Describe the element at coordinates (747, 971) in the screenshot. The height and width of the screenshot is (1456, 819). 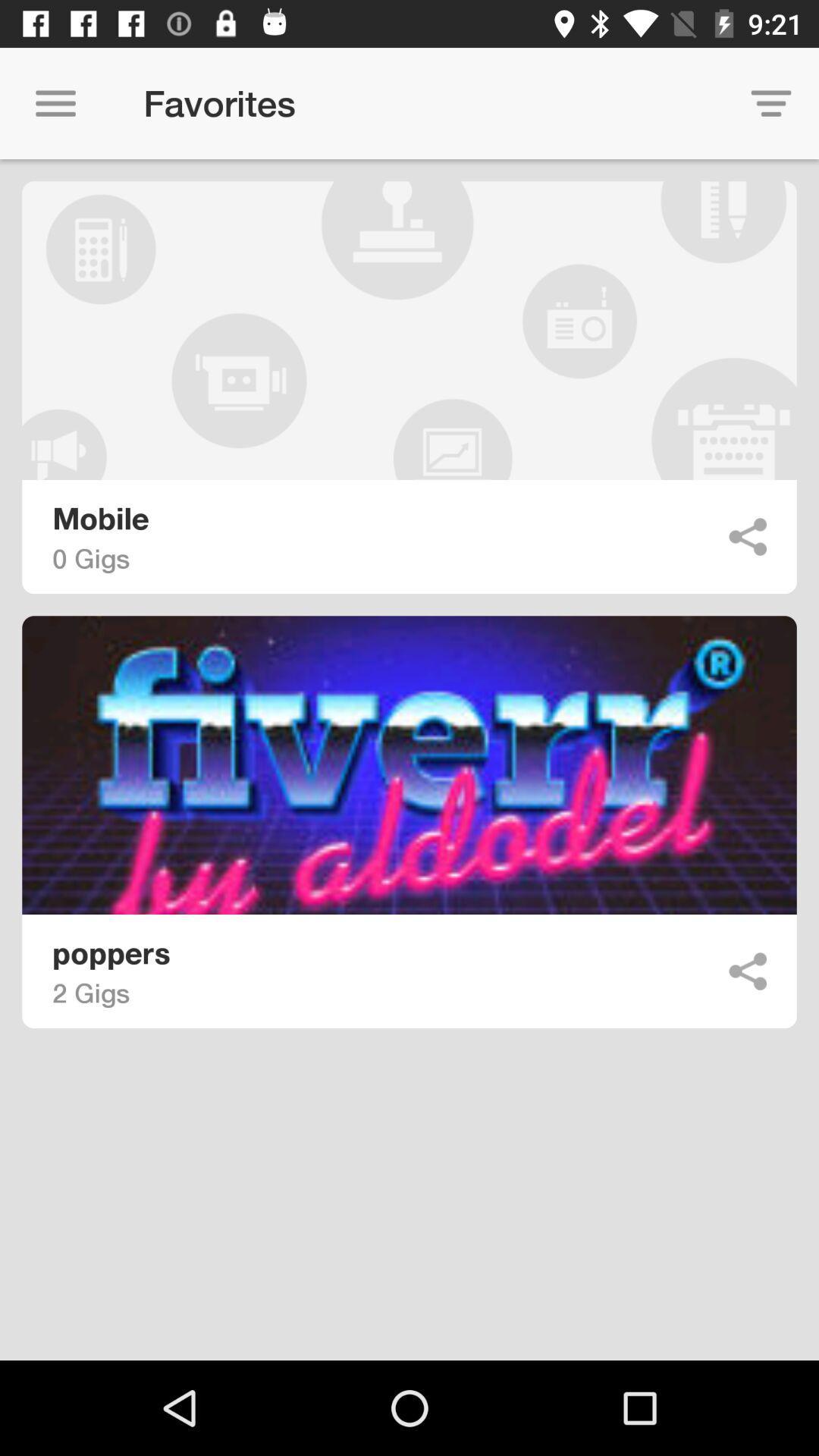
I see `share item` at that location.